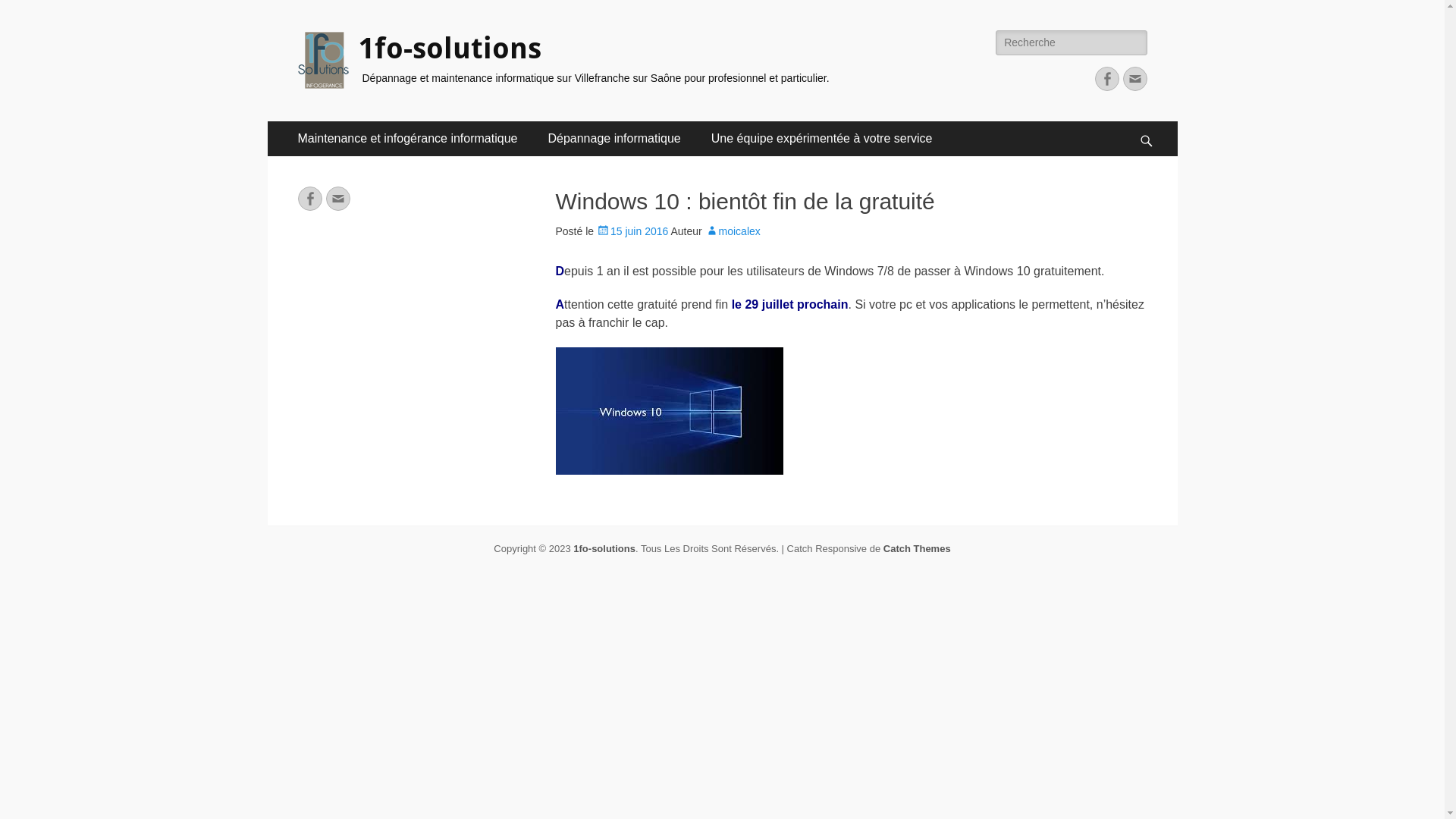  What do you see at coordinates (704, 231) in the screenshot?
I see `'moicalex'` at bounding box center [704, 231].